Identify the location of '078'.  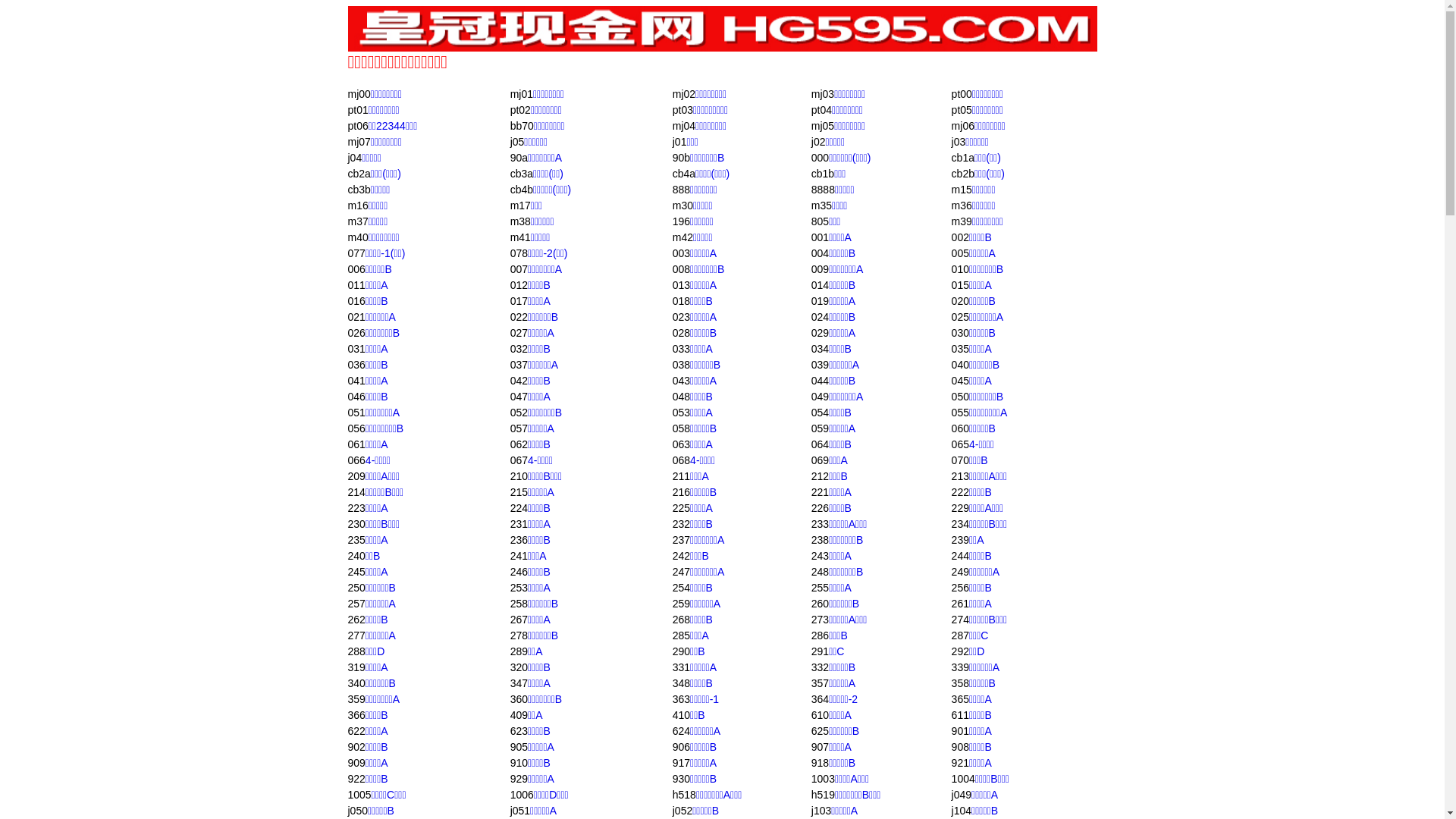
(519, 253).